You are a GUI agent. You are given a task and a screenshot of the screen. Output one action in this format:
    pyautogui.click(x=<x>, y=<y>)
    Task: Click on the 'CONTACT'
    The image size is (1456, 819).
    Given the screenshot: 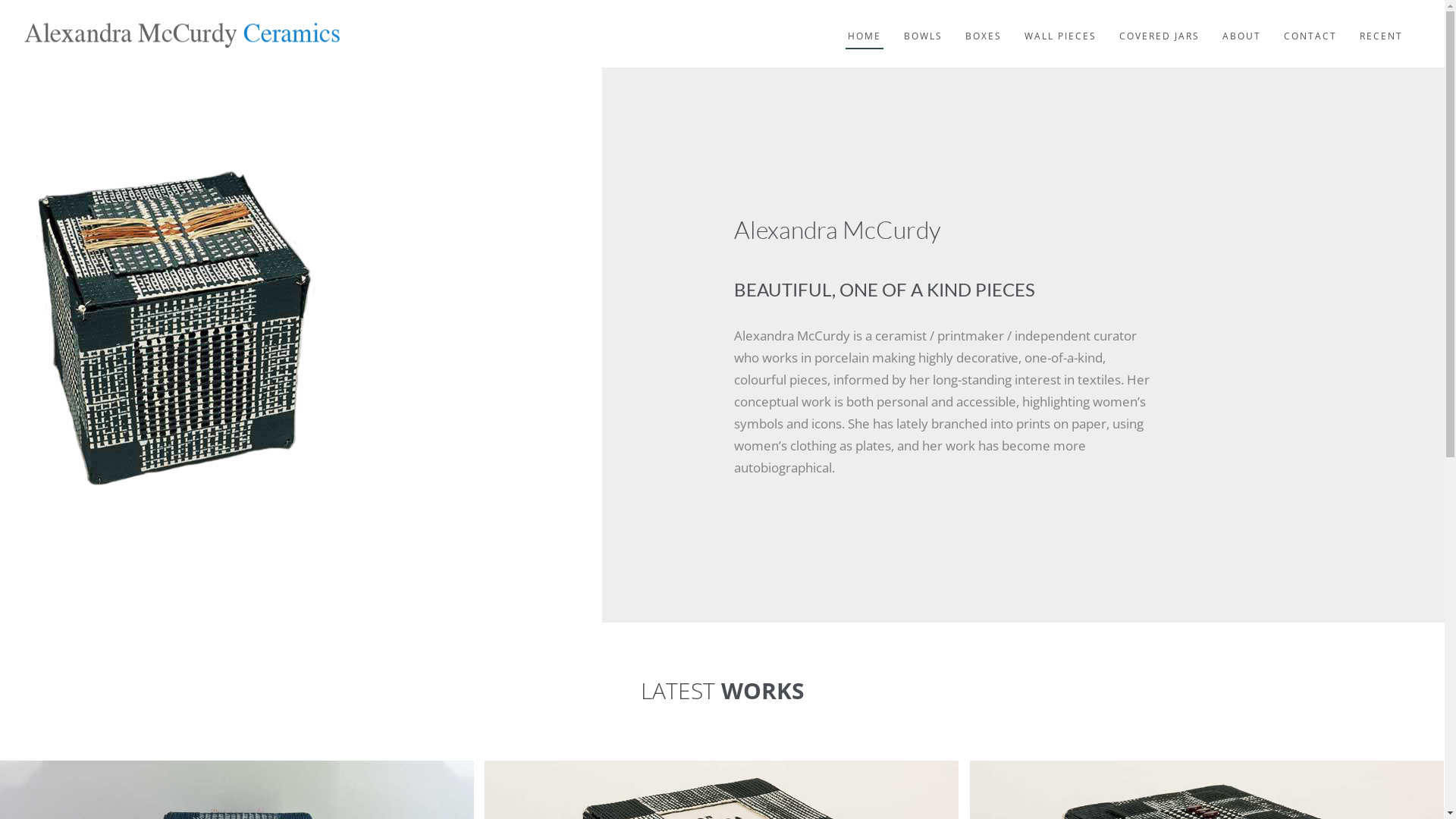 What is the action you would take?
    pyautogui.click(x=1280, y=24)
    